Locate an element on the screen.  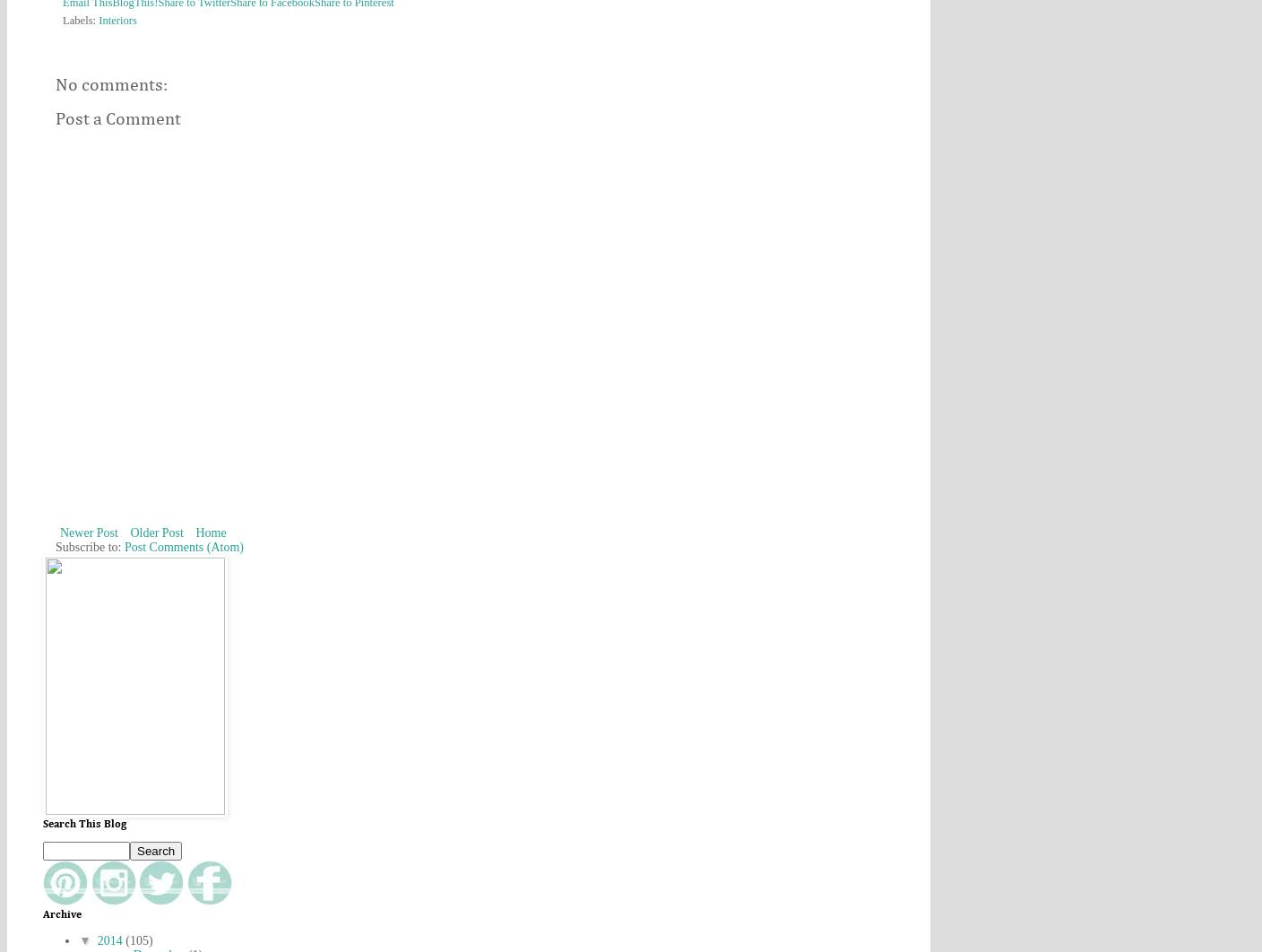
'(105)' is located at coordinates (139, 939).